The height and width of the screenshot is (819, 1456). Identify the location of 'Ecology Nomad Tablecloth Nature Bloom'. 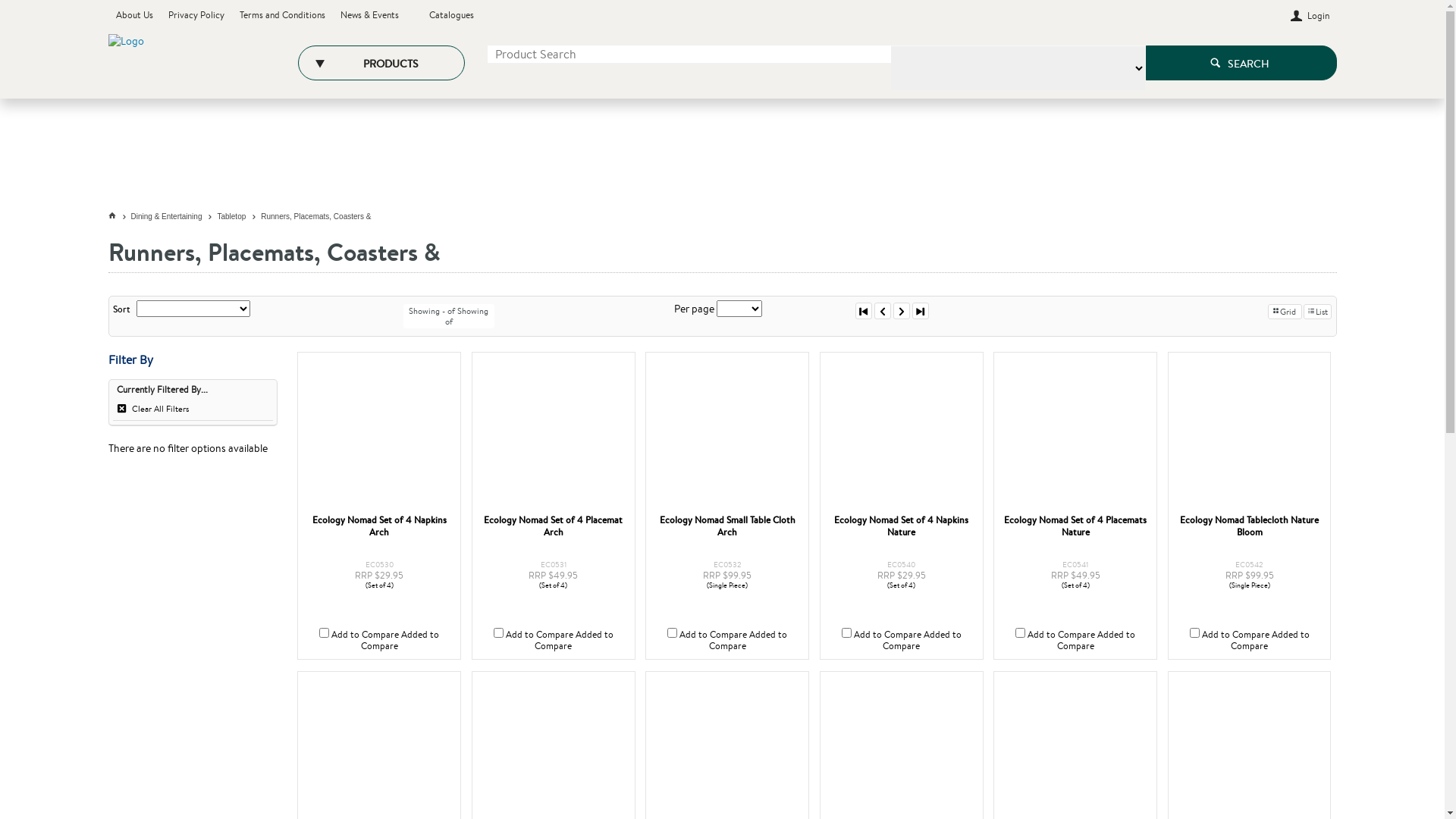
(1249, 433).